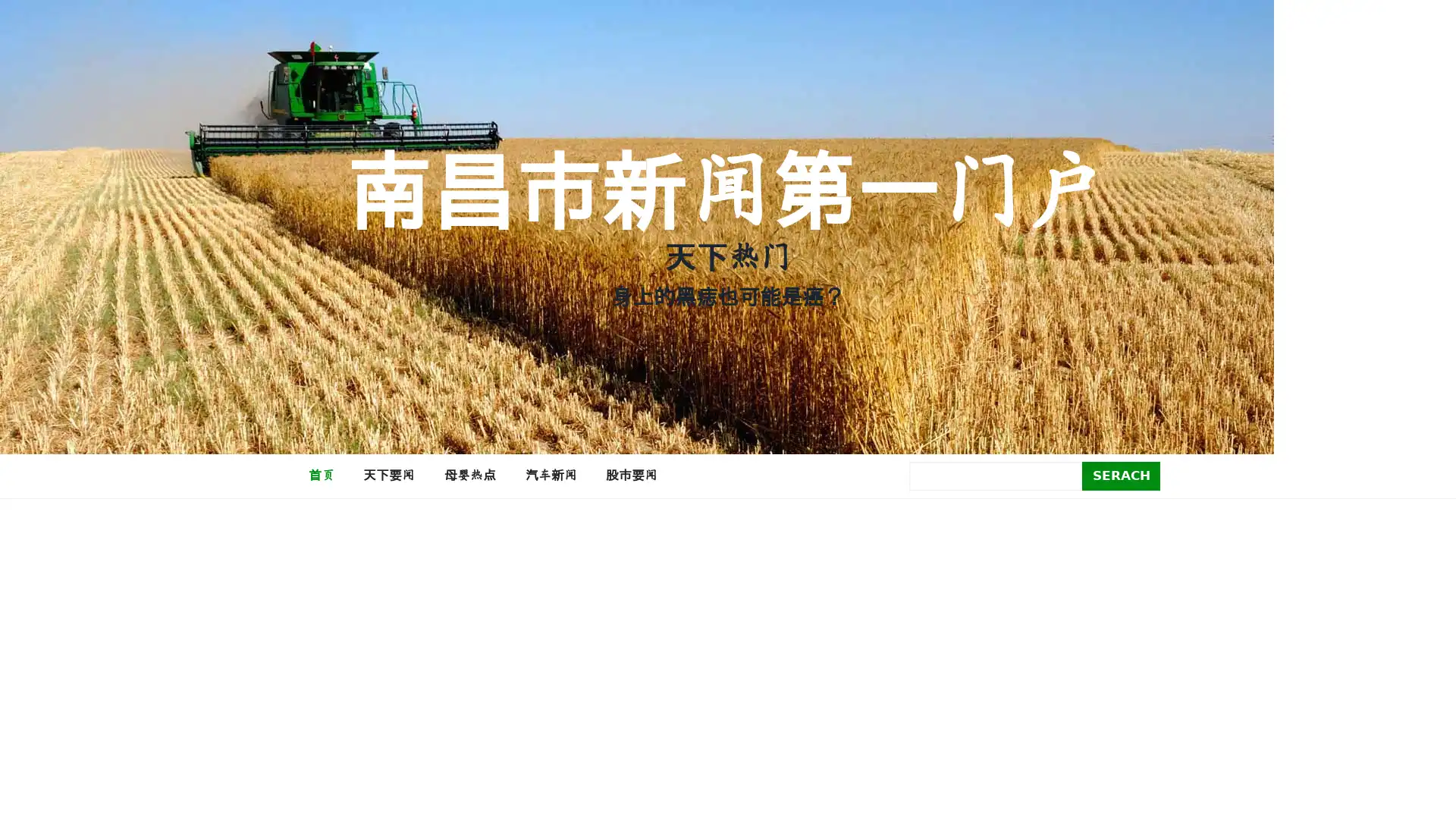 This screenshot has height=819, width=1456. What do you see at coordinates (1121, 475) in the screenshot?
I see `serach` at bounding box center [1121, 475].